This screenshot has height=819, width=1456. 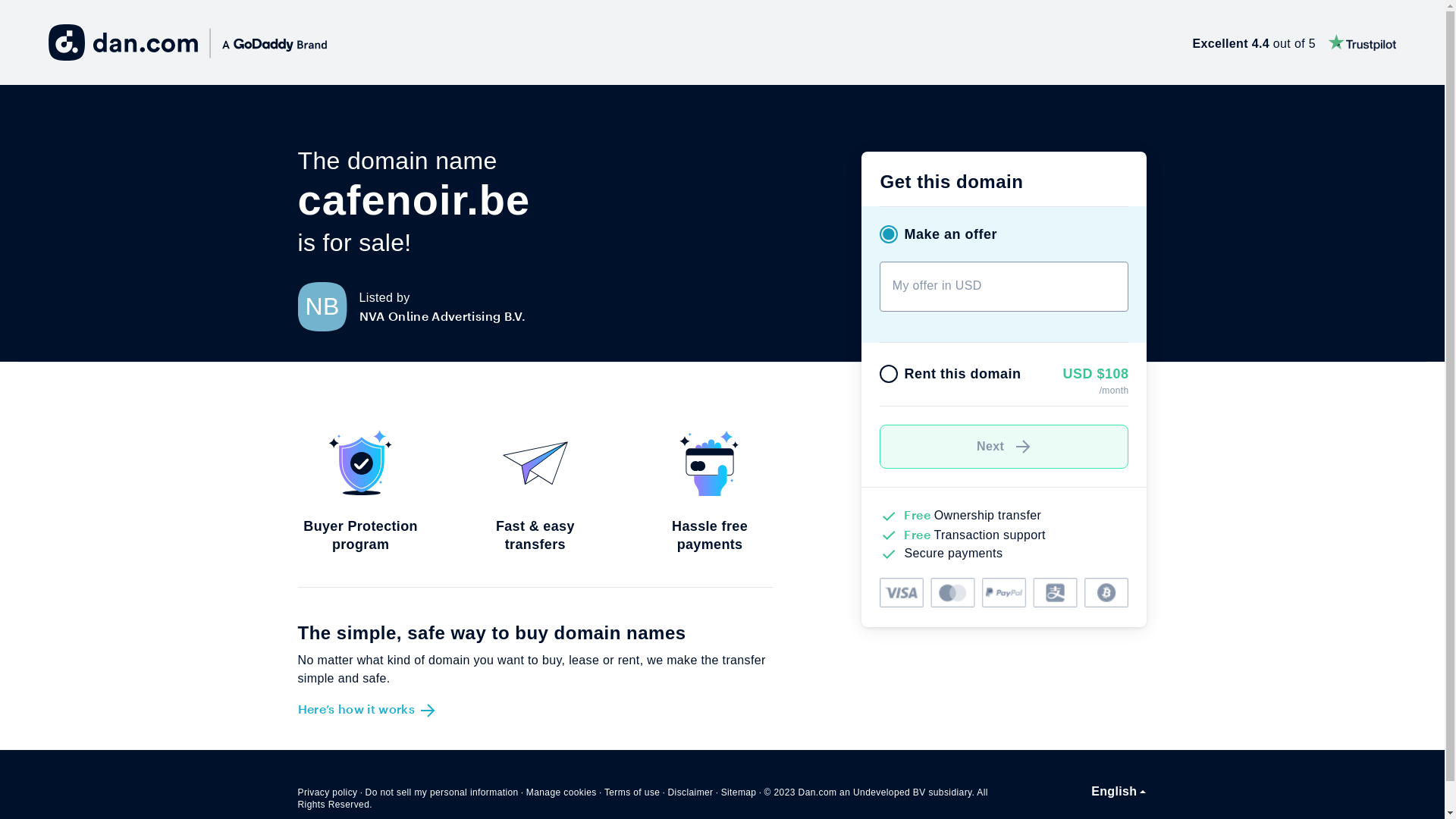 What do you see at coordinates (1090, 791) in the screenshot?
I see `'English'` at bounding box center [1090, 791].